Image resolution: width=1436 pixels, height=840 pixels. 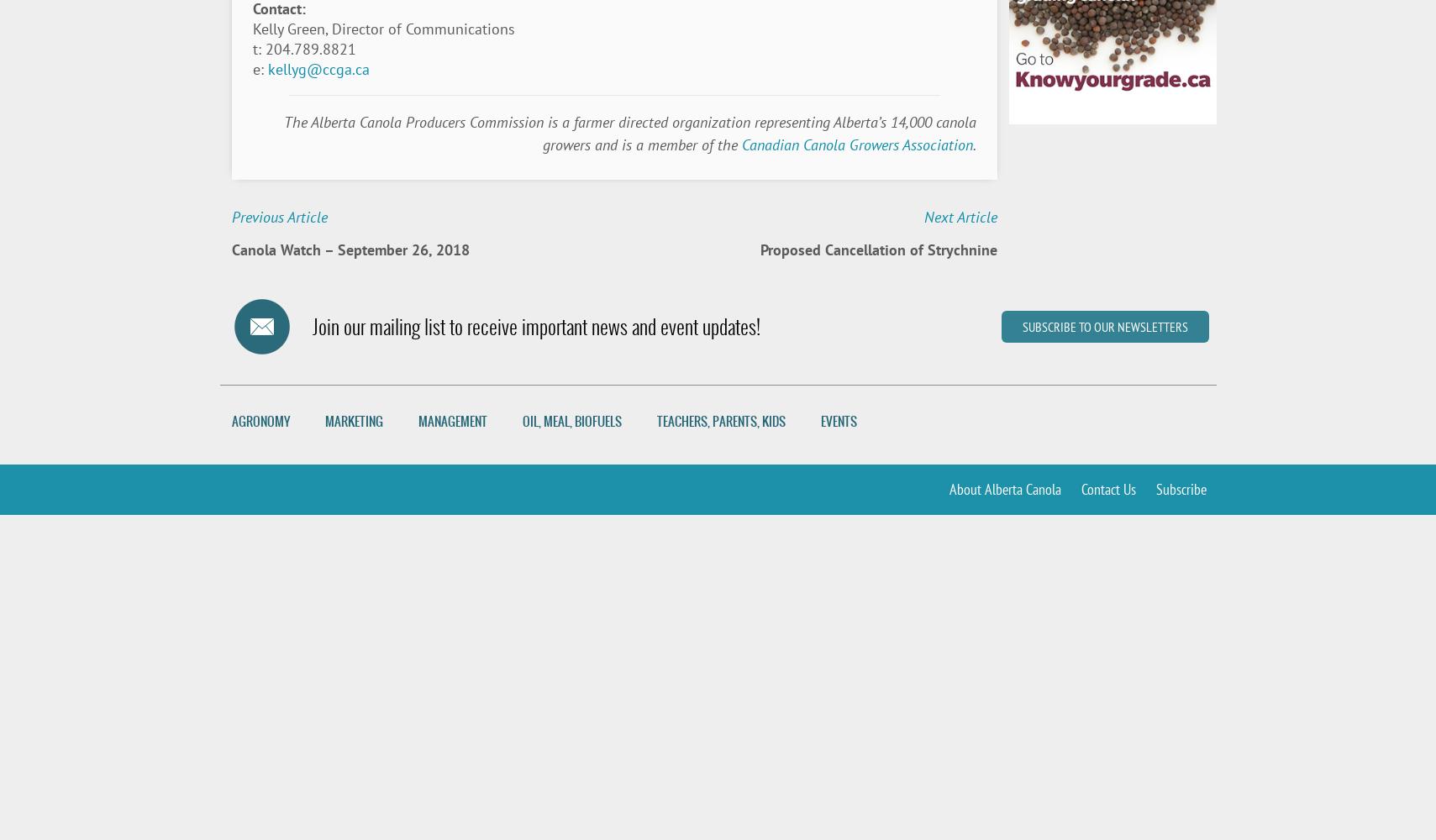 What do you see at coordinates (350, 249) in the screenshot?
I see `'Canola Watch – September 26, 2018'` at bounding box center [350, 249].